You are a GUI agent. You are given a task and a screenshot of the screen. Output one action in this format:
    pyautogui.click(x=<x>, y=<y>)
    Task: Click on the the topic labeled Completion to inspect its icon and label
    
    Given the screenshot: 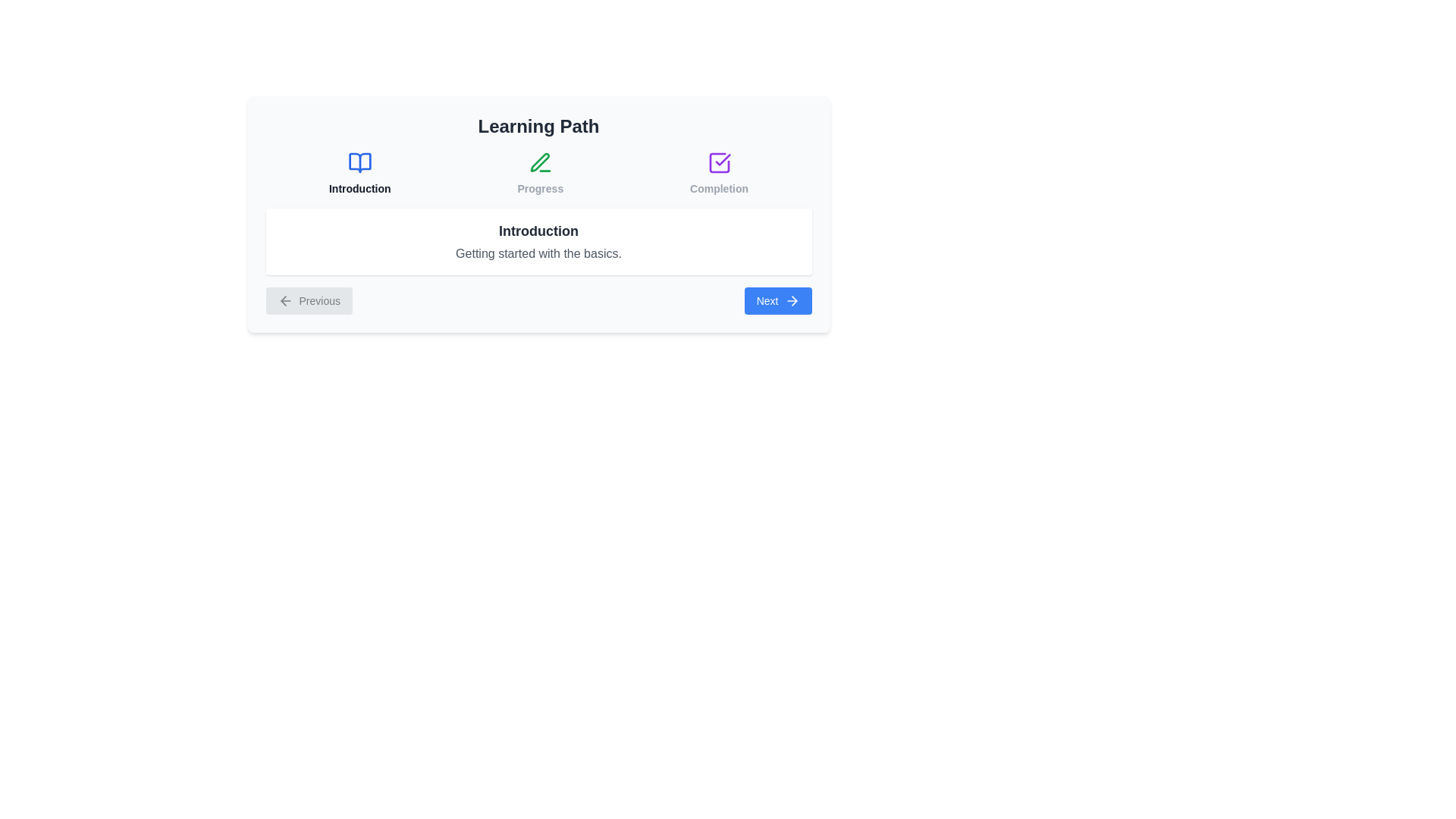 What is the action you would take?
    pyautogui.click(x=718, y=172)
    